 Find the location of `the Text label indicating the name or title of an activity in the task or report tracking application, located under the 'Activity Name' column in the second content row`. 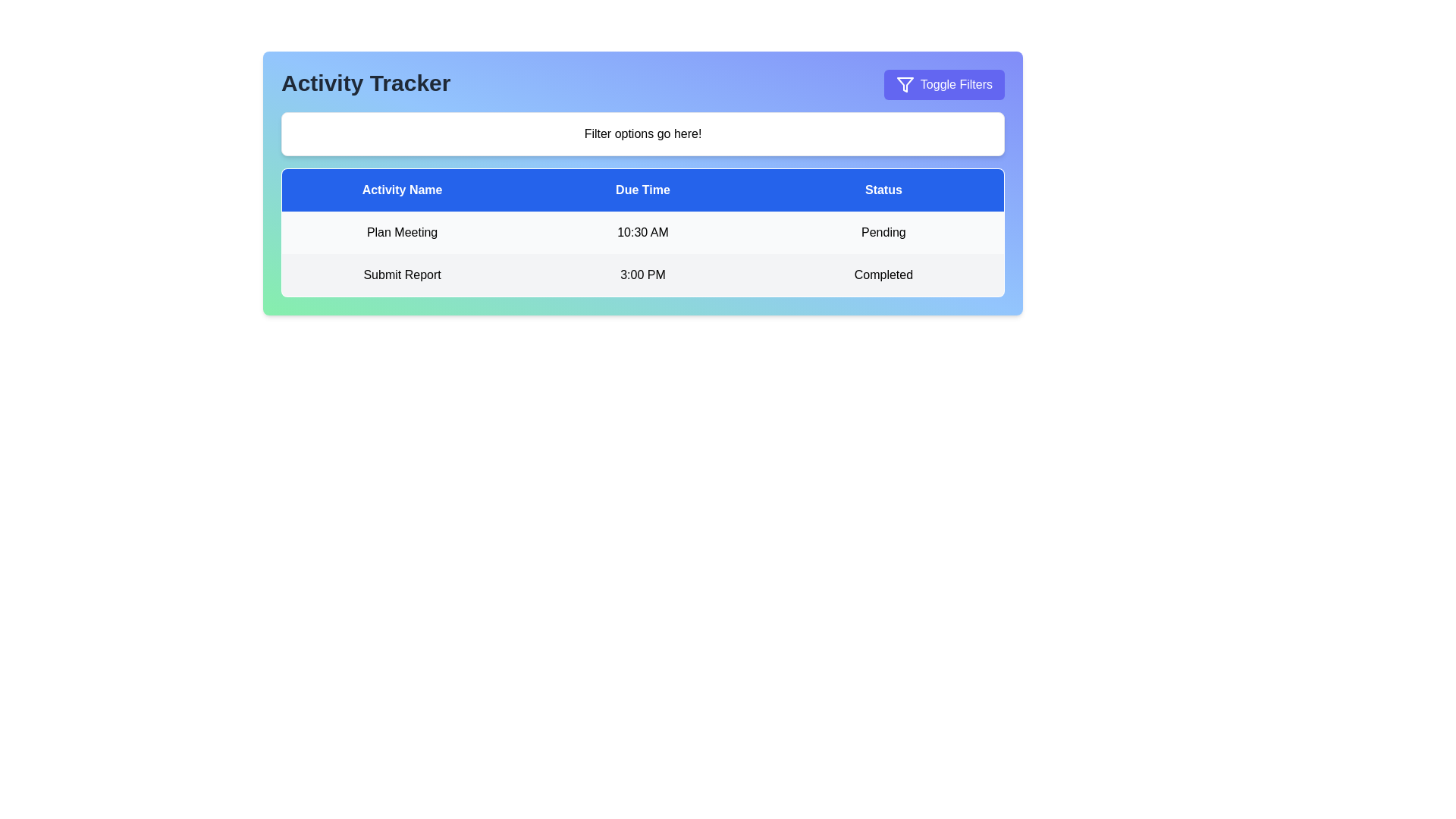

the Text label indicating the name or title of an activity in the task or report tracking application, located under the 'Activity Name' column in the second content row is located at coordinates (402, 275).